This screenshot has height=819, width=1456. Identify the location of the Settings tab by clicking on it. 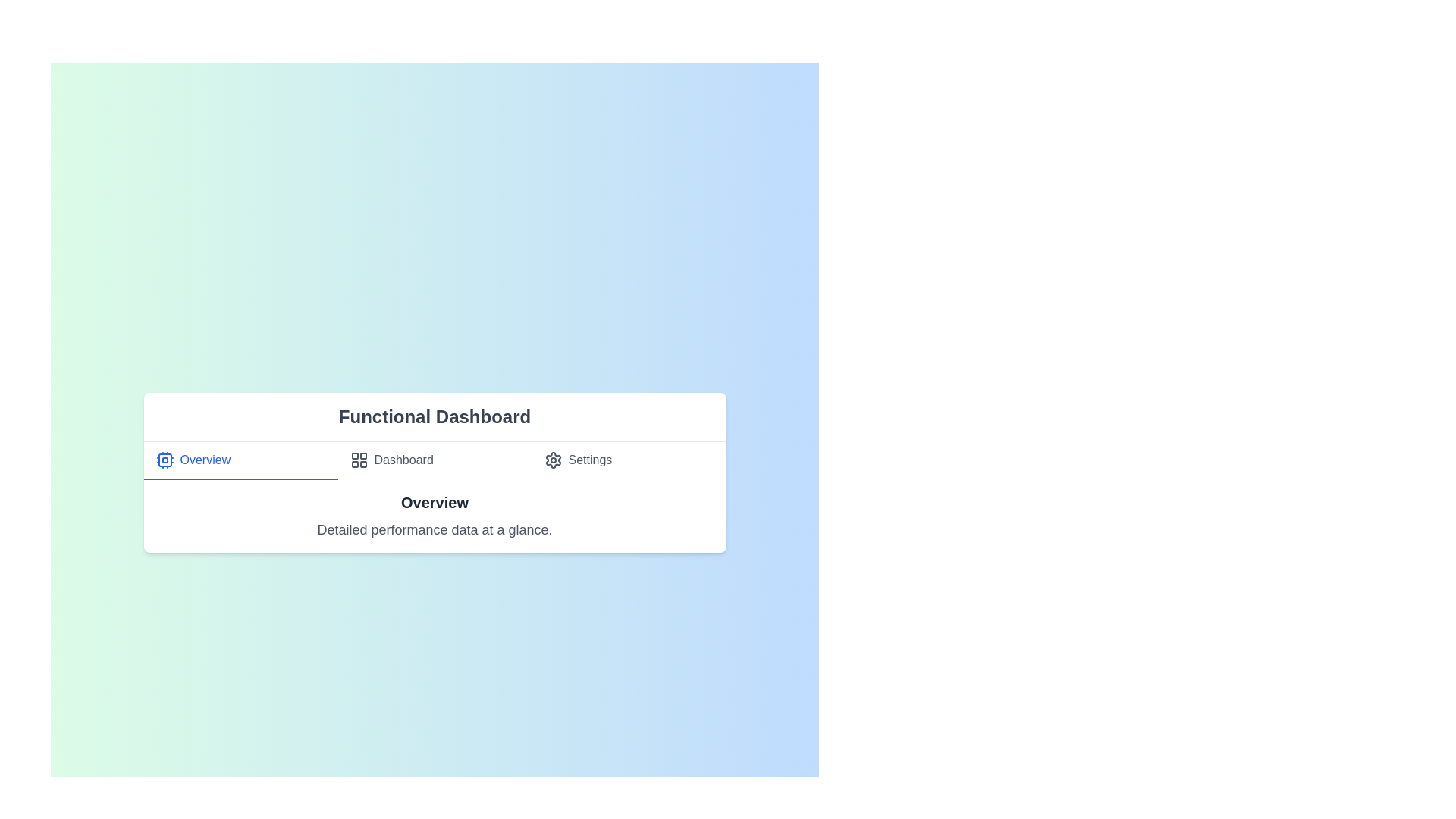
(629, 460).